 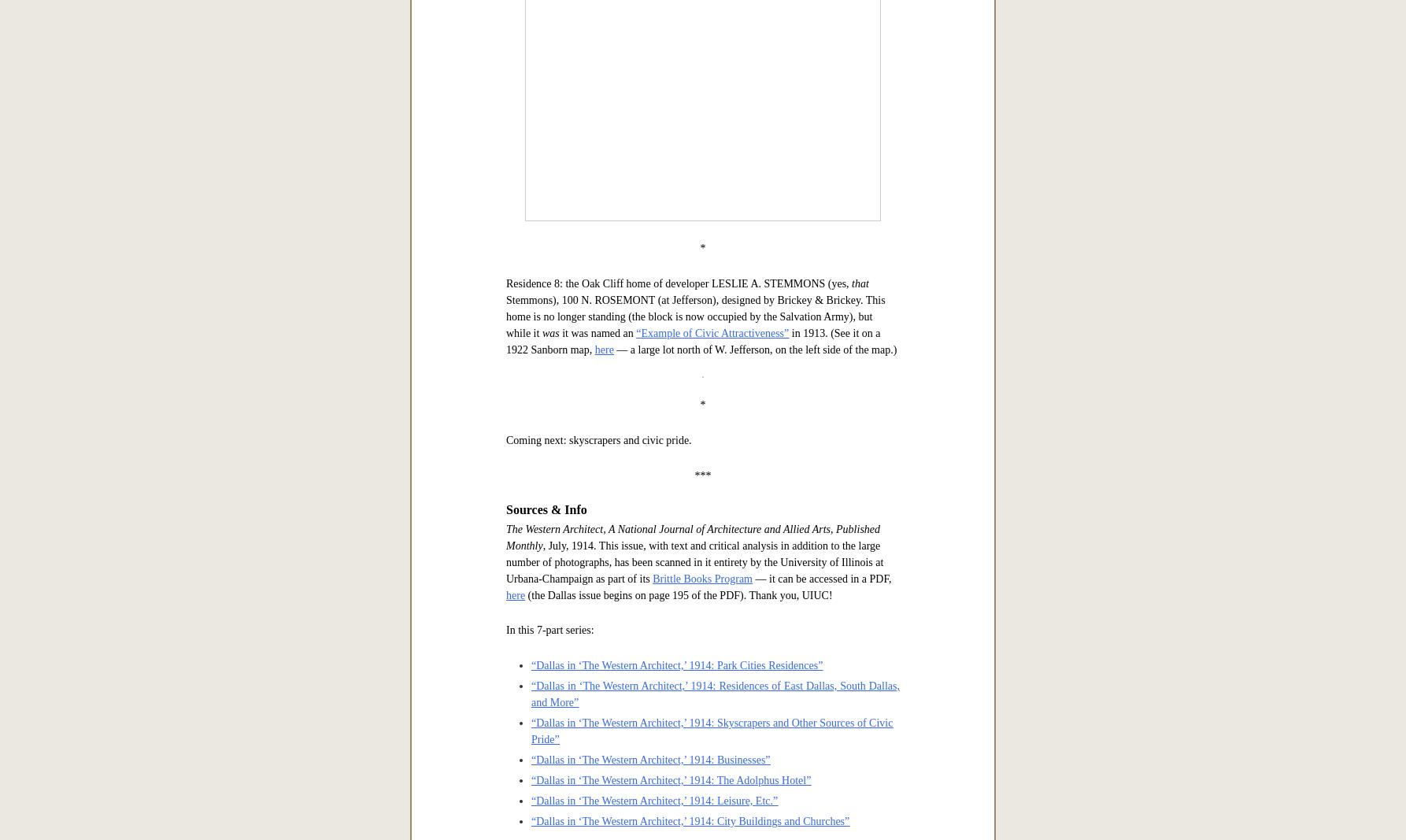 What do you see at coordinates (597, 827) in the screenshot?
I see `'it was named an'` at bounding box center [597, 827].